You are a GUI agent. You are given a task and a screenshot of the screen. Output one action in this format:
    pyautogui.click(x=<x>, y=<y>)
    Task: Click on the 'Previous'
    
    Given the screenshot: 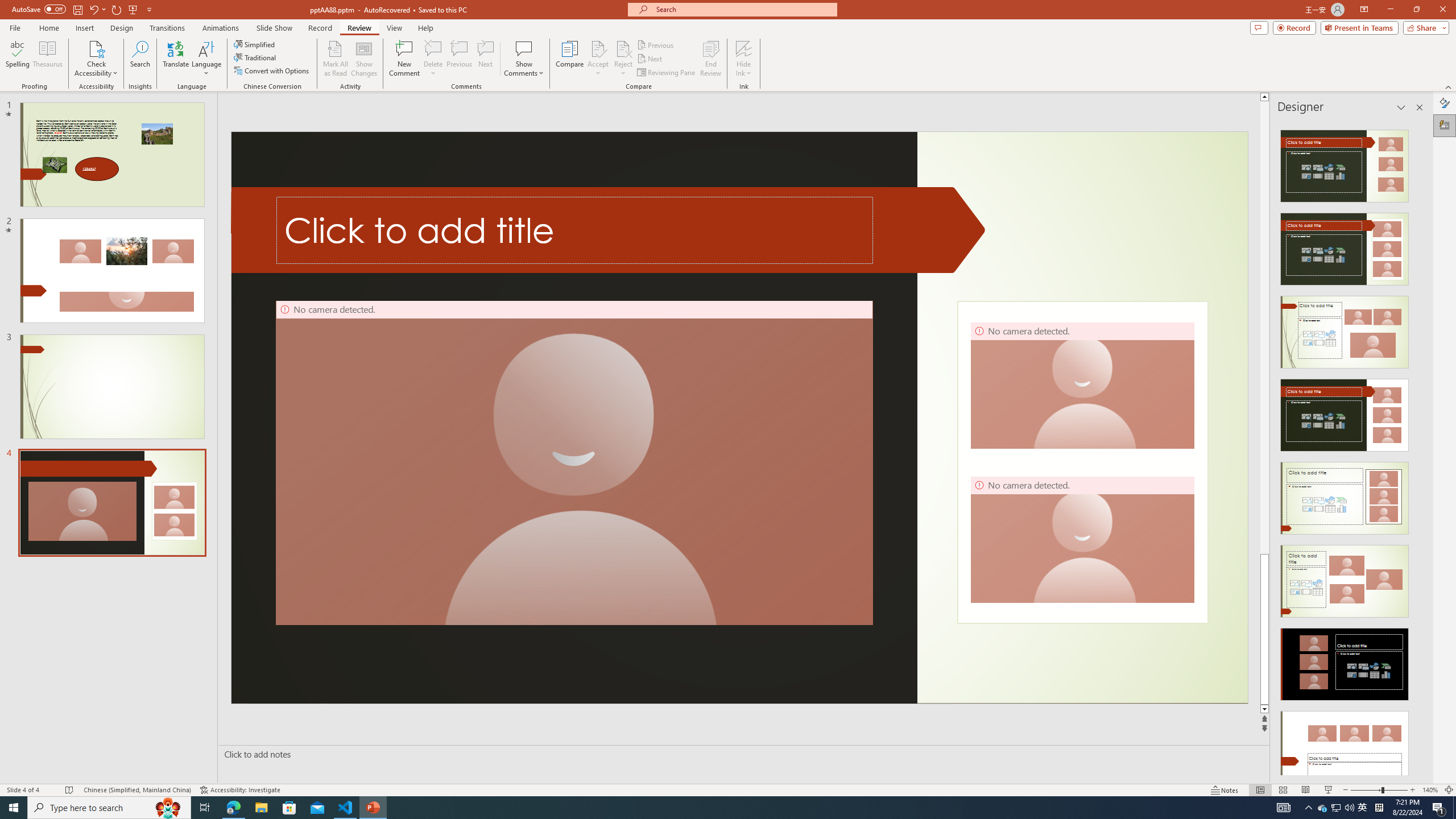 What is the action you would take?
    pyautogui.click(x=656, y=44)
    